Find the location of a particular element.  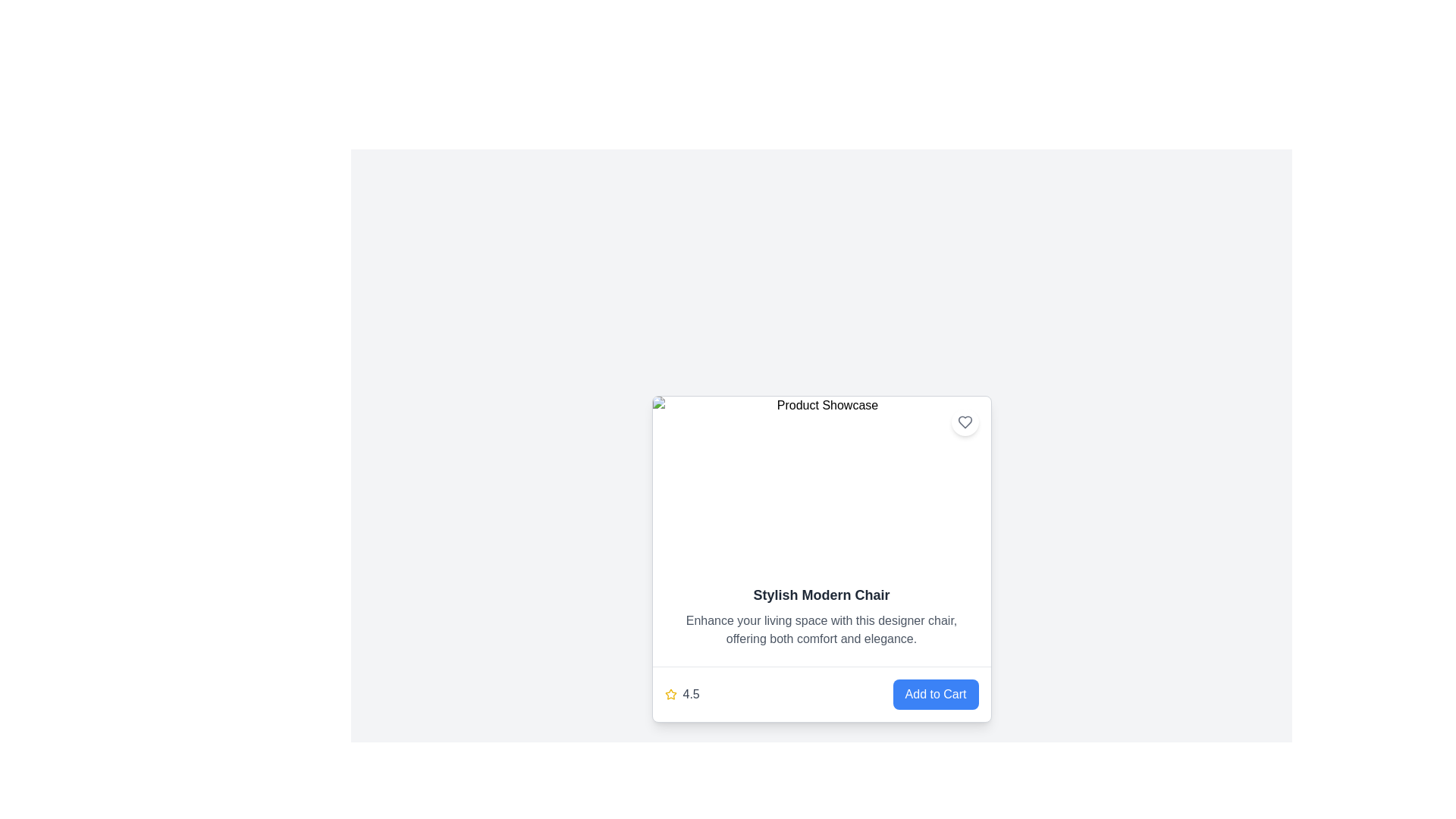

the Text label that visually represents the rating score, positioned to the right of the yellow star icon in the product details card is located at coordinates (690, 694).